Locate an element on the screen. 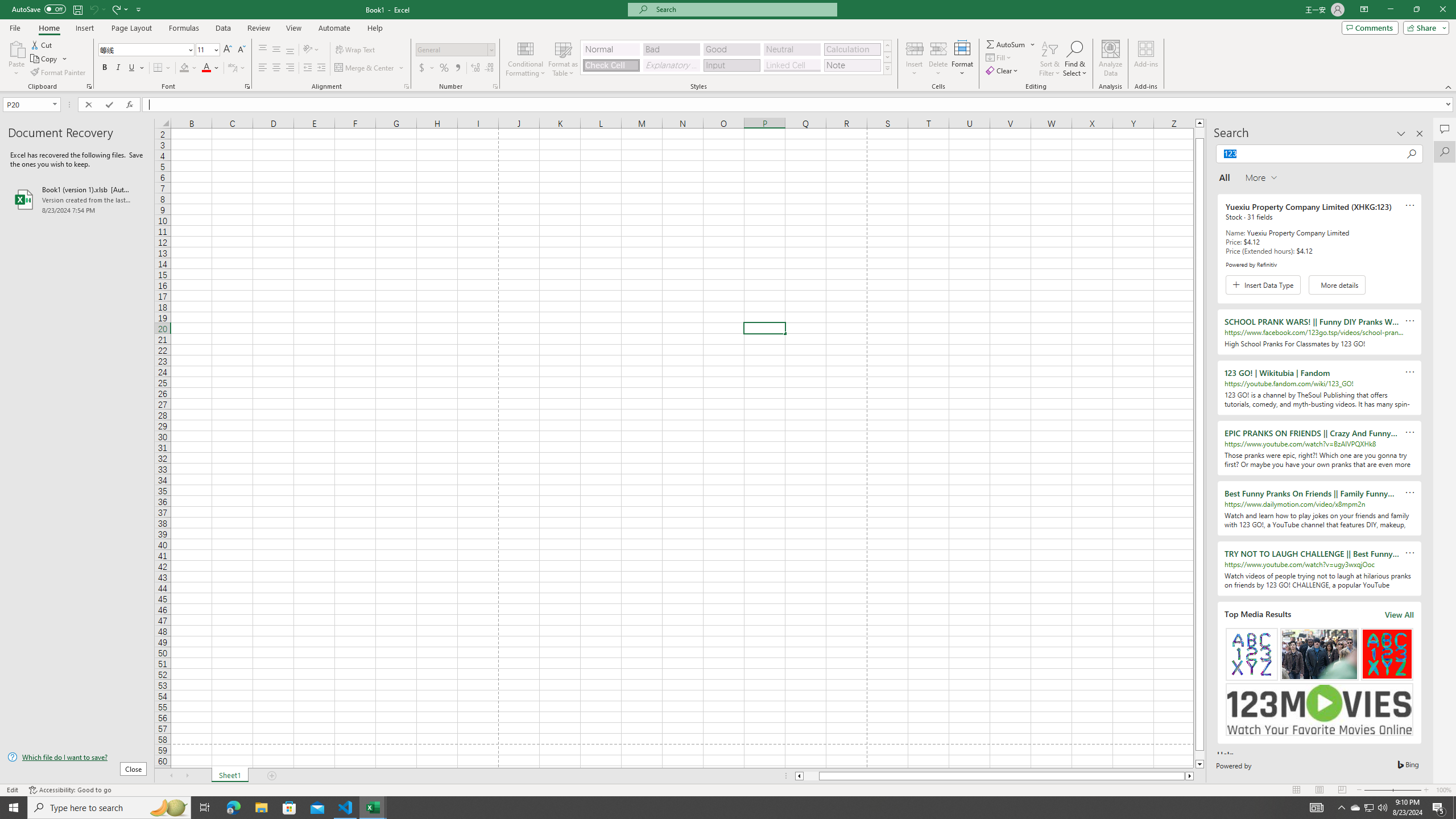 The width and height of the screenshot is (1456, 819). 'Top Align' is located at coordinates (262, 49).